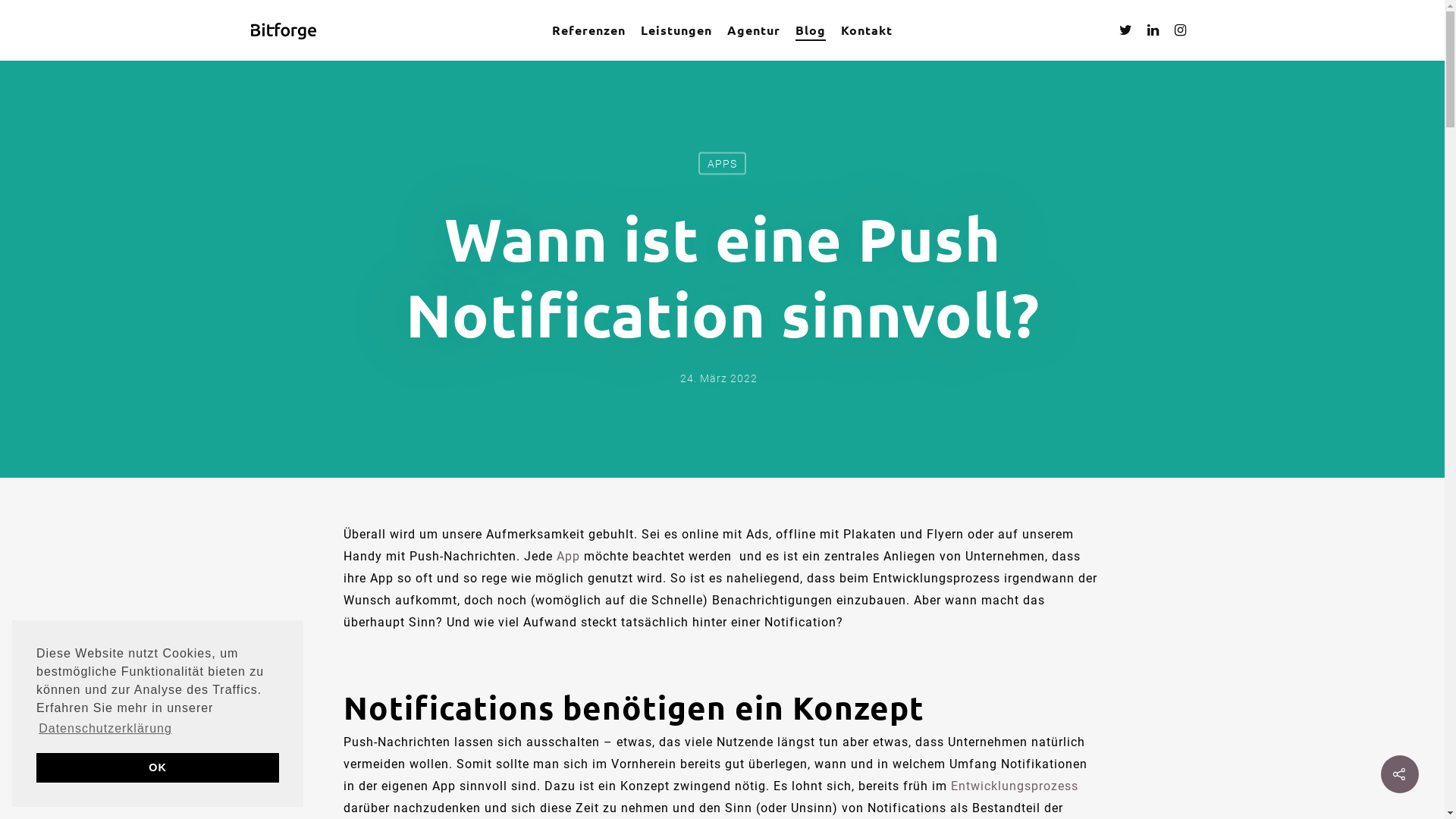 Image resolution: width=1456 pixels, height=819 pixels. Describe the element at coordinates (1015, 785) in the screenshot. I see `'Entwicklungsprozess'` at that location.